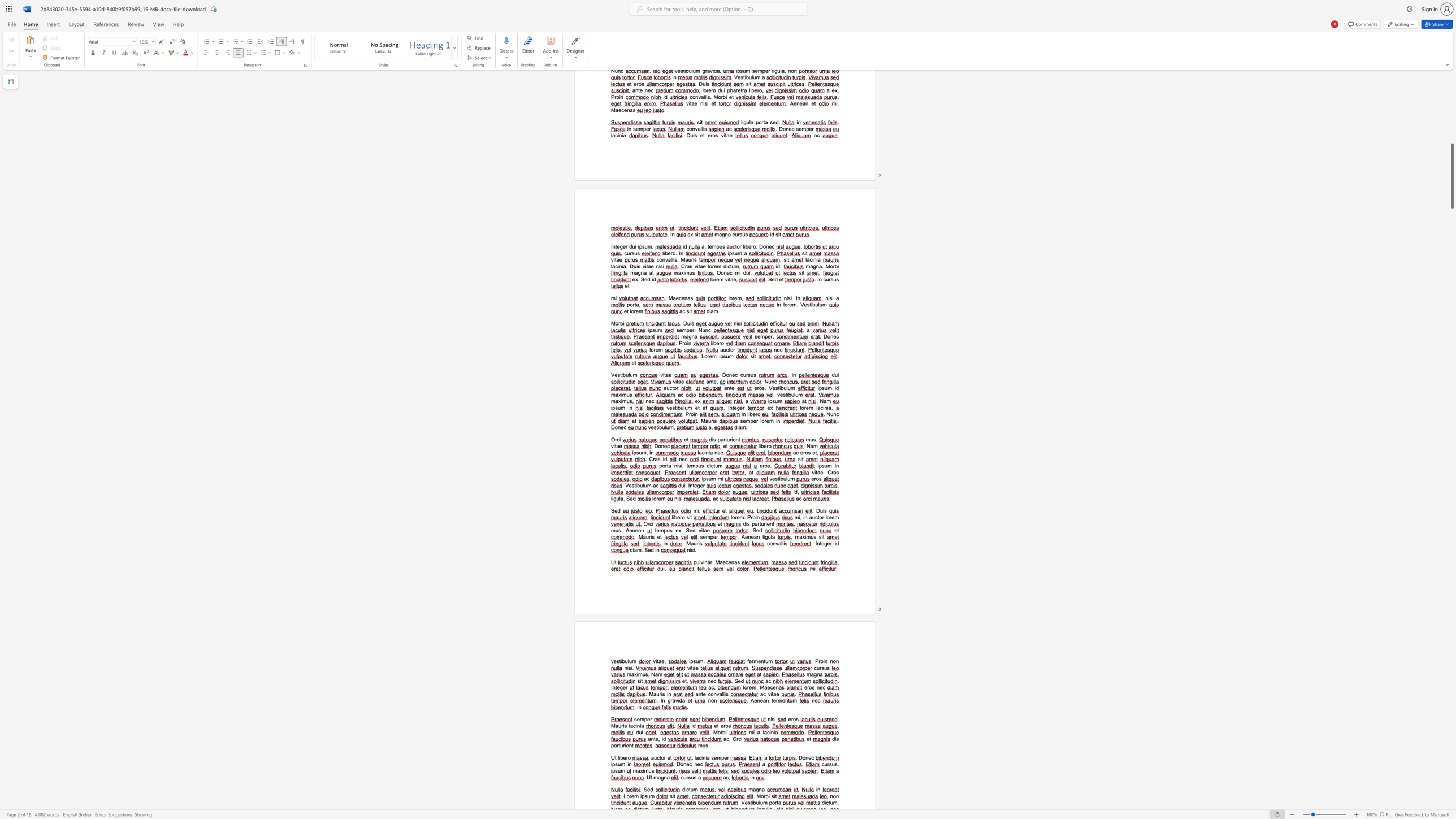 The width and height of the screenshot is (1456, 819). What do you see at coordinates (655, 549) in the screenshot?
I see `the 2th character "i" in the text` at bounding box center [655, 549].